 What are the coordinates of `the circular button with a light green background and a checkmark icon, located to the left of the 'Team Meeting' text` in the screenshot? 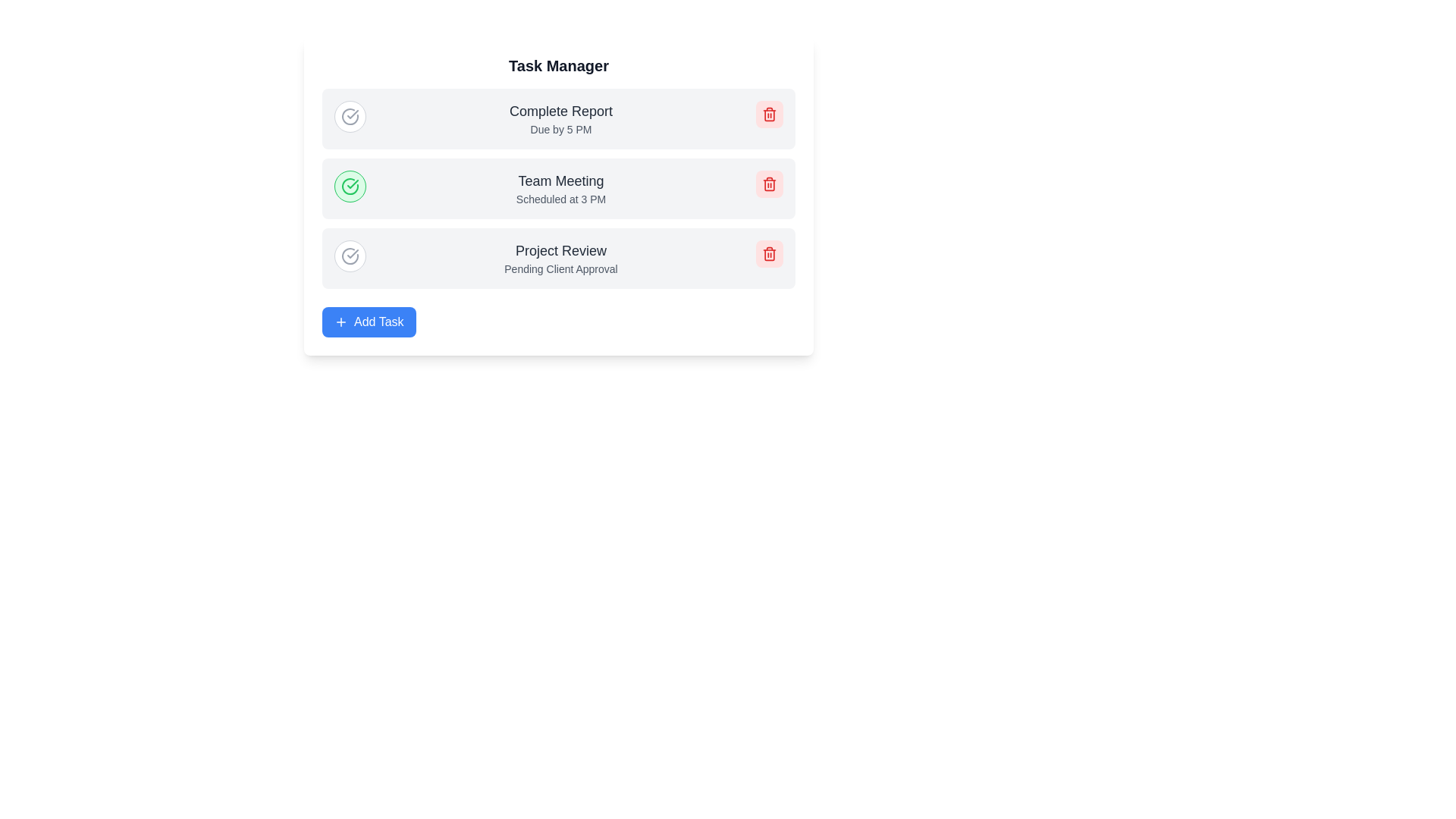 It's located at (349, 186).